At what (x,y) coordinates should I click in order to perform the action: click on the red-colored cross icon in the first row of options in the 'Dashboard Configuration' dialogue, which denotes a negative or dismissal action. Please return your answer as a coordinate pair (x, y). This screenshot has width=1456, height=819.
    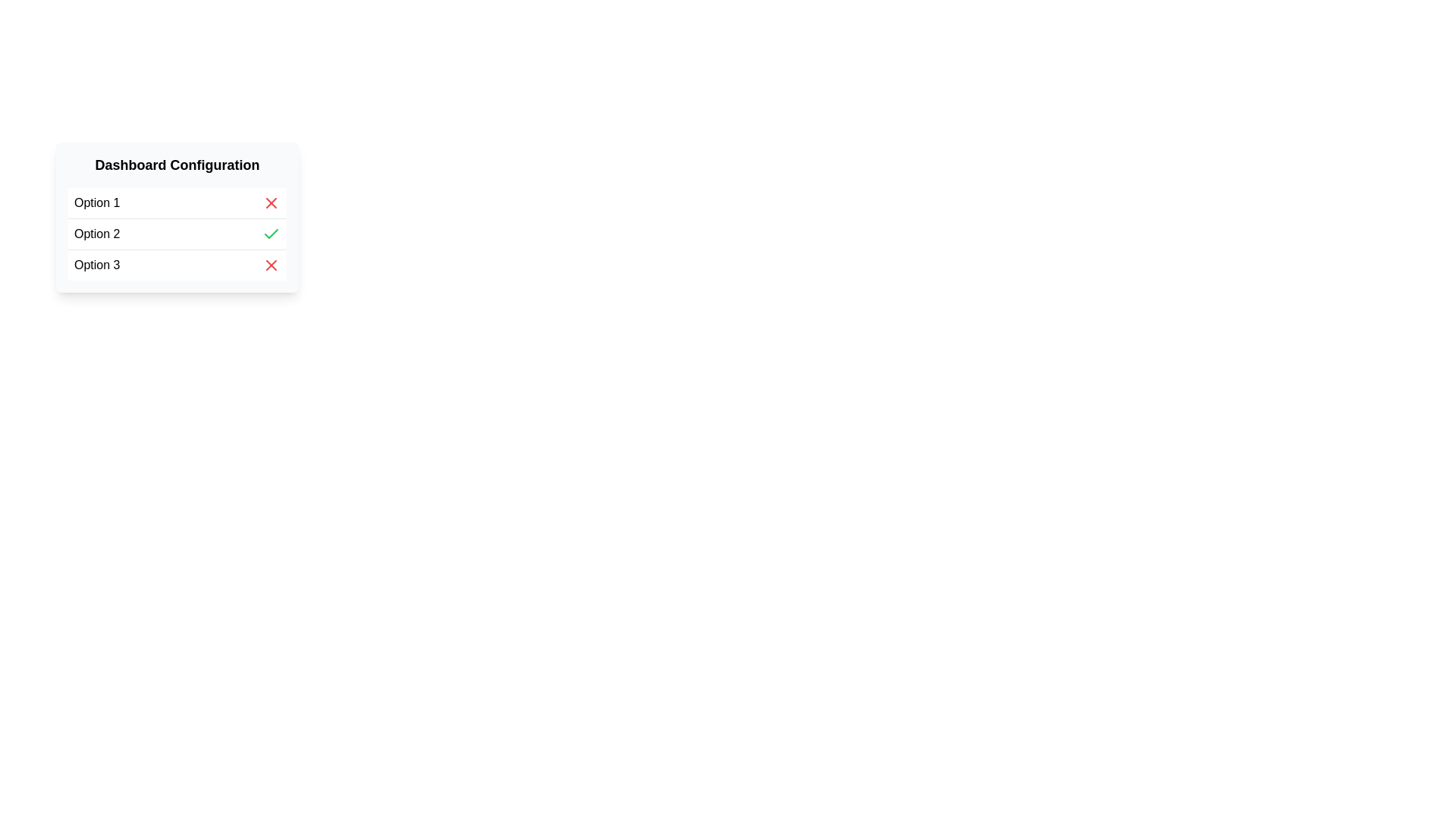
    Looking at the image, I should click on (271, 202).